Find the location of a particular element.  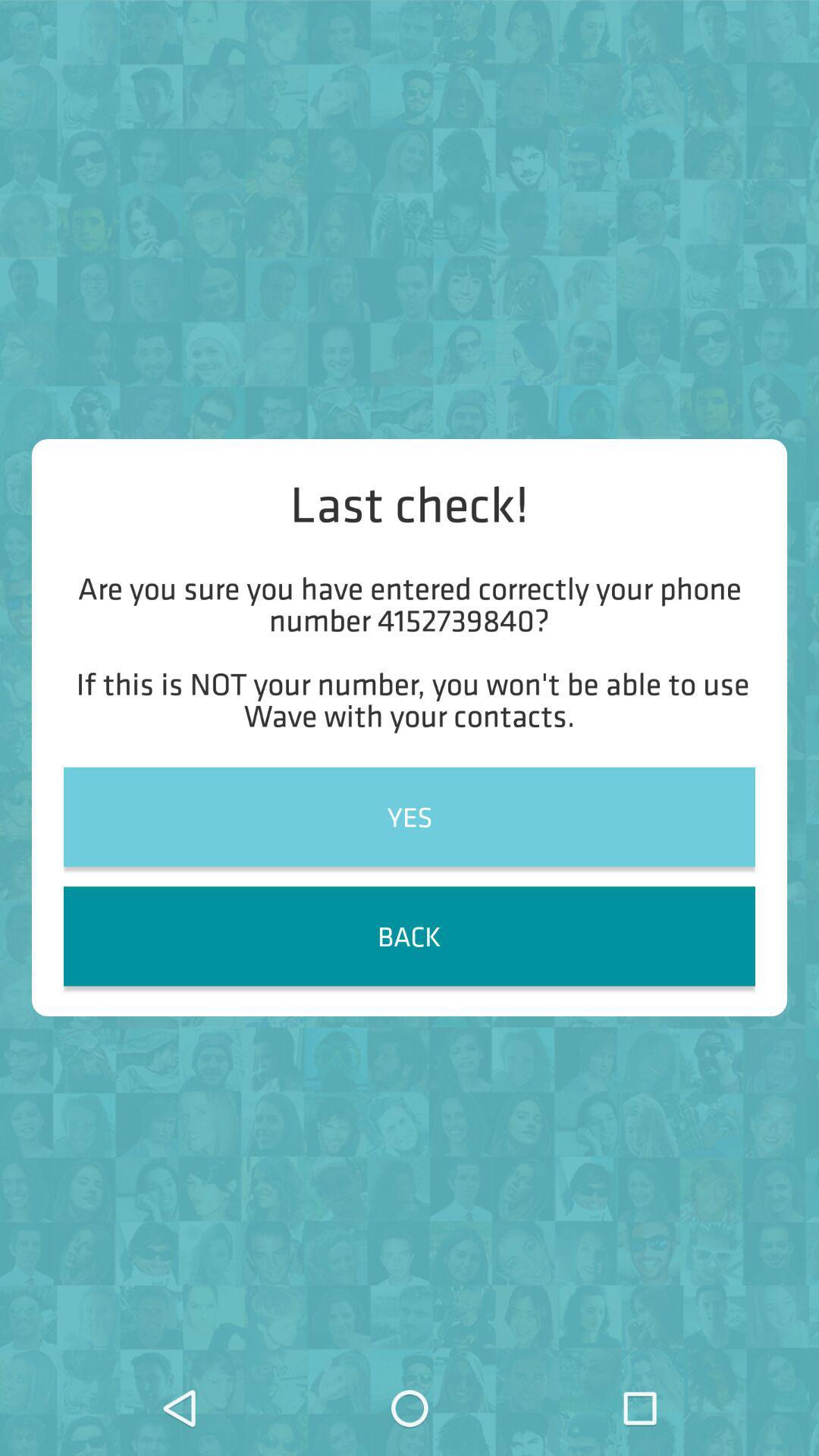

the are you sure item is located at coordinates (409, 651).